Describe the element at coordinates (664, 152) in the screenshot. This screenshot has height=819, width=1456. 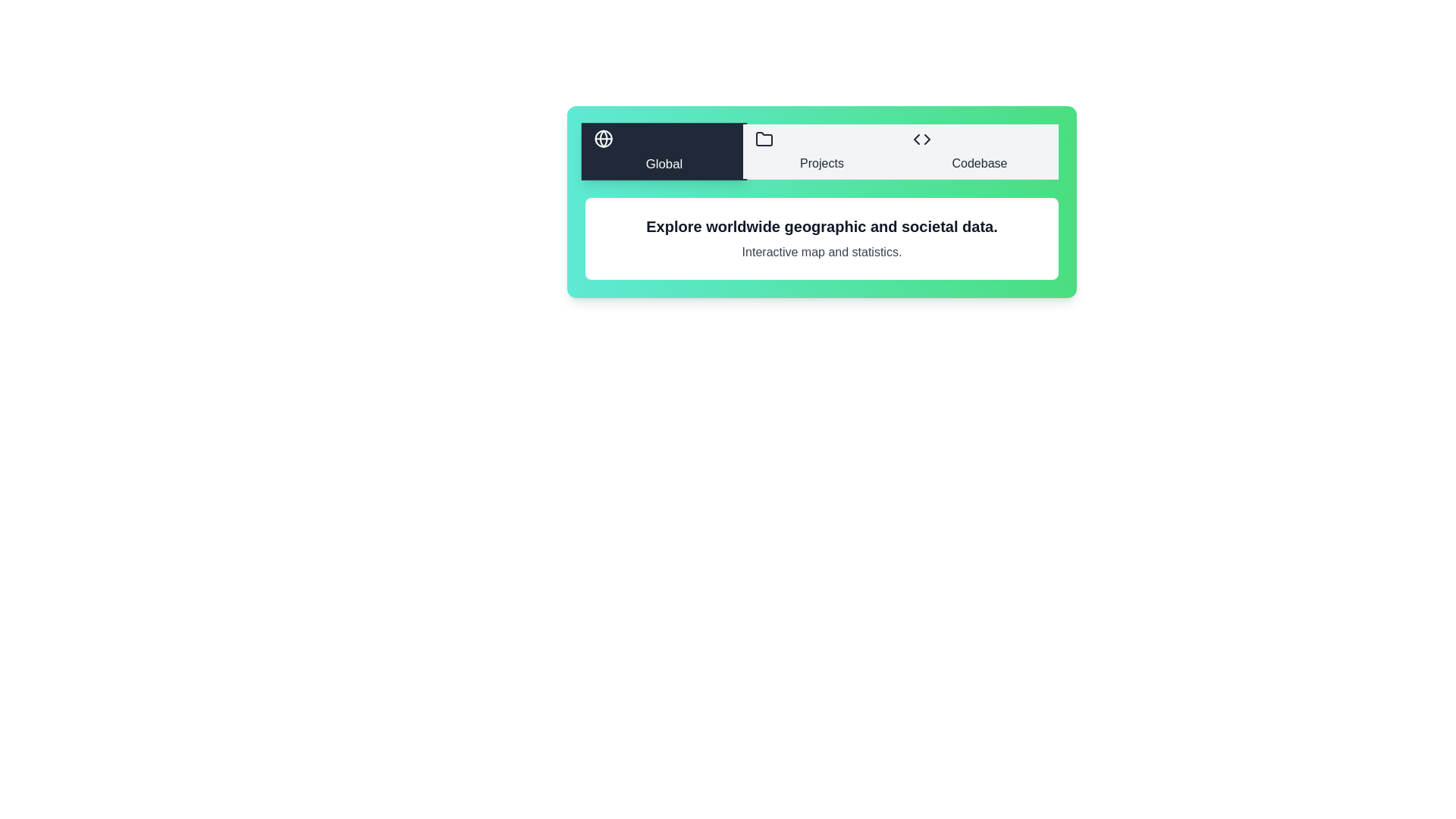
I see `the Global tab` at that location.